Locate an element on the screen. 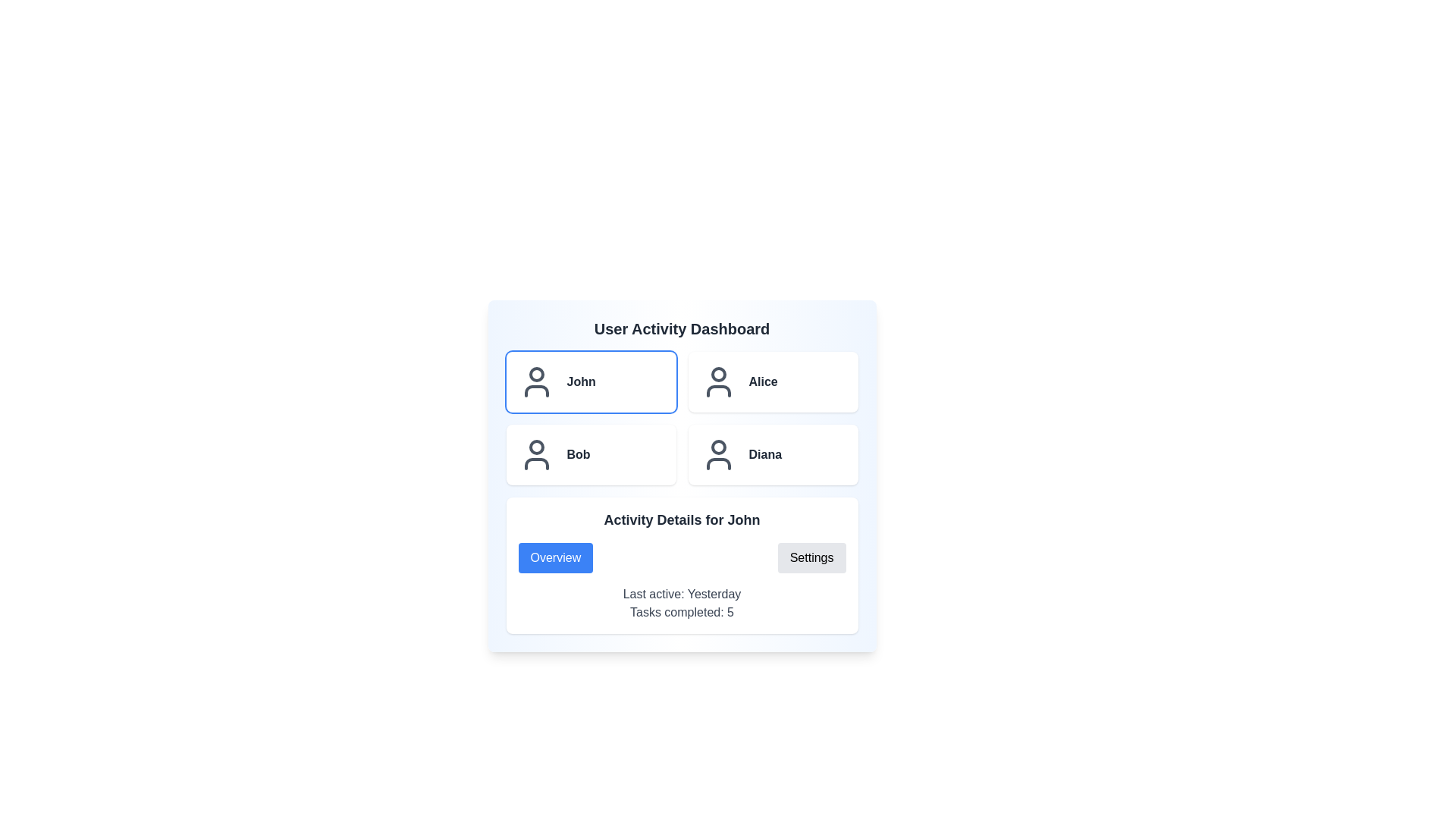 Image resolution: width=1456 pixels, height=819 pixels. the Text label that identifies the user in the 'User Activity Dashboard', located in the upper-left quadrant, to the right of an icon is located at coordinates (580, 381).